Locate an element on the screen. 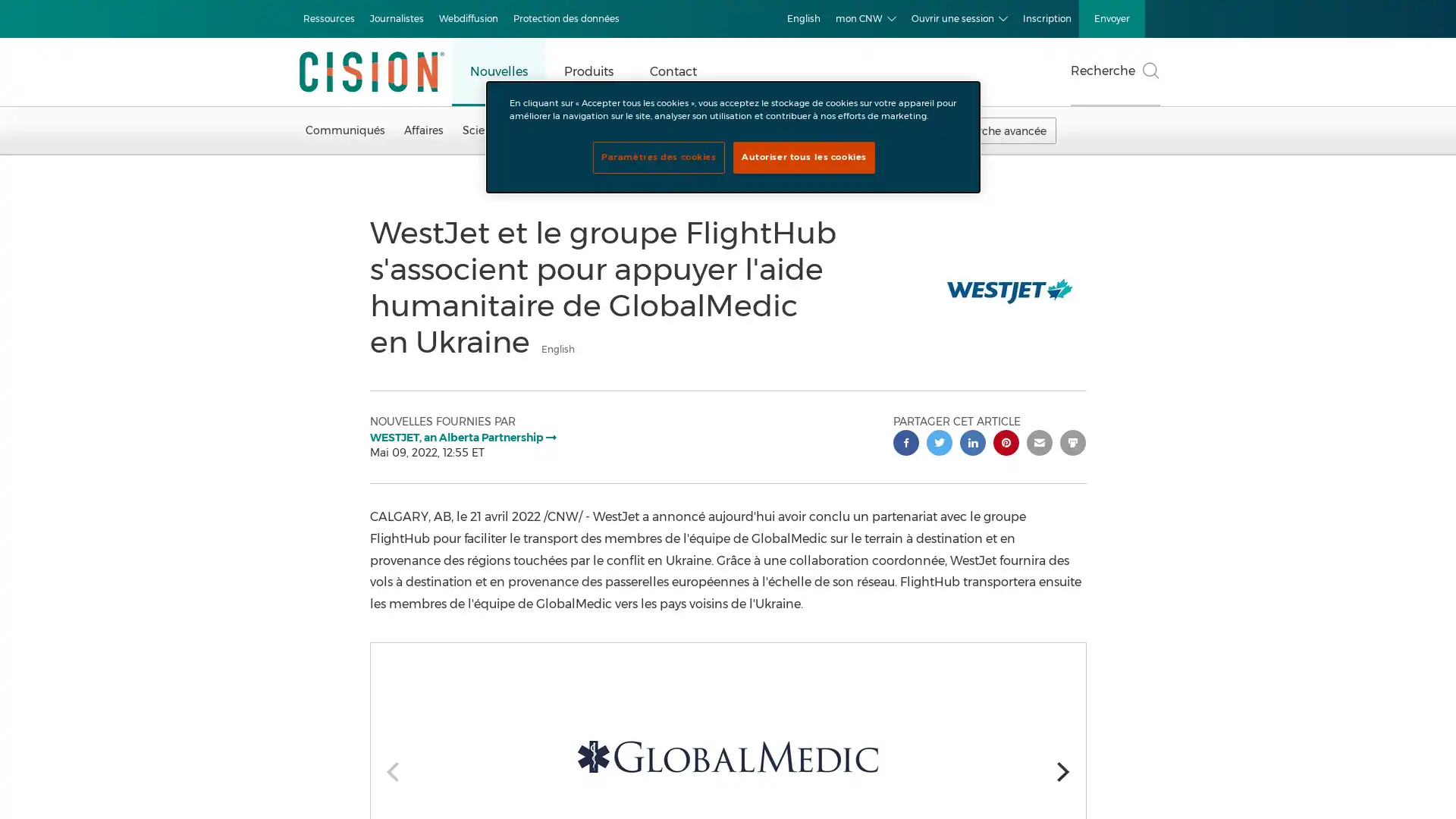  Recherche is located at coordinates (1115, 72).